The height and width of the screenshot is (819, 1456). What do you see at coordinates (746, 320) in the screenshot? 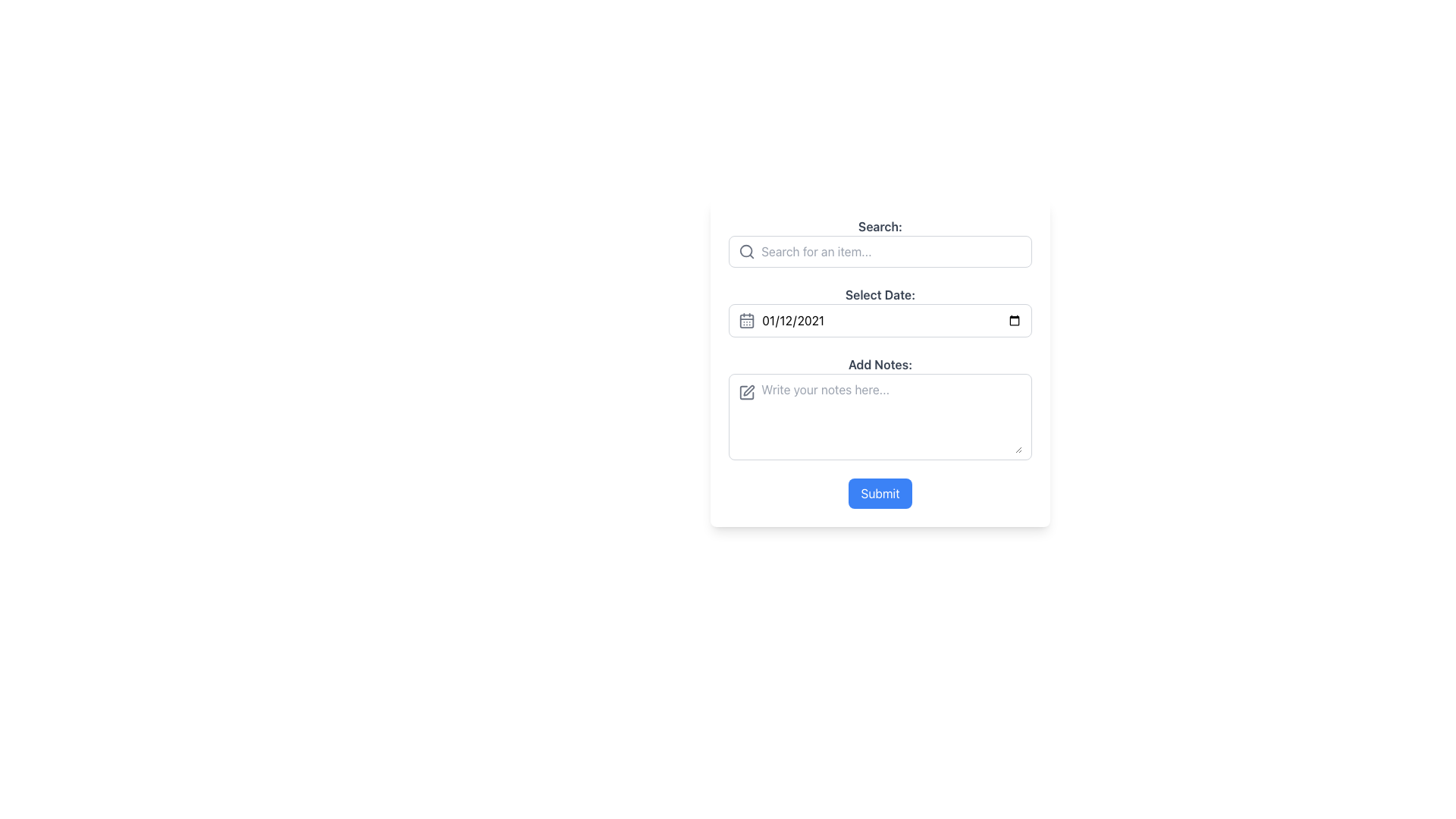
I see `the calendar icon located to the left of the displayed date value ('01/12/2021') in the 'Select Date' field` at bounding box center [746, 320].